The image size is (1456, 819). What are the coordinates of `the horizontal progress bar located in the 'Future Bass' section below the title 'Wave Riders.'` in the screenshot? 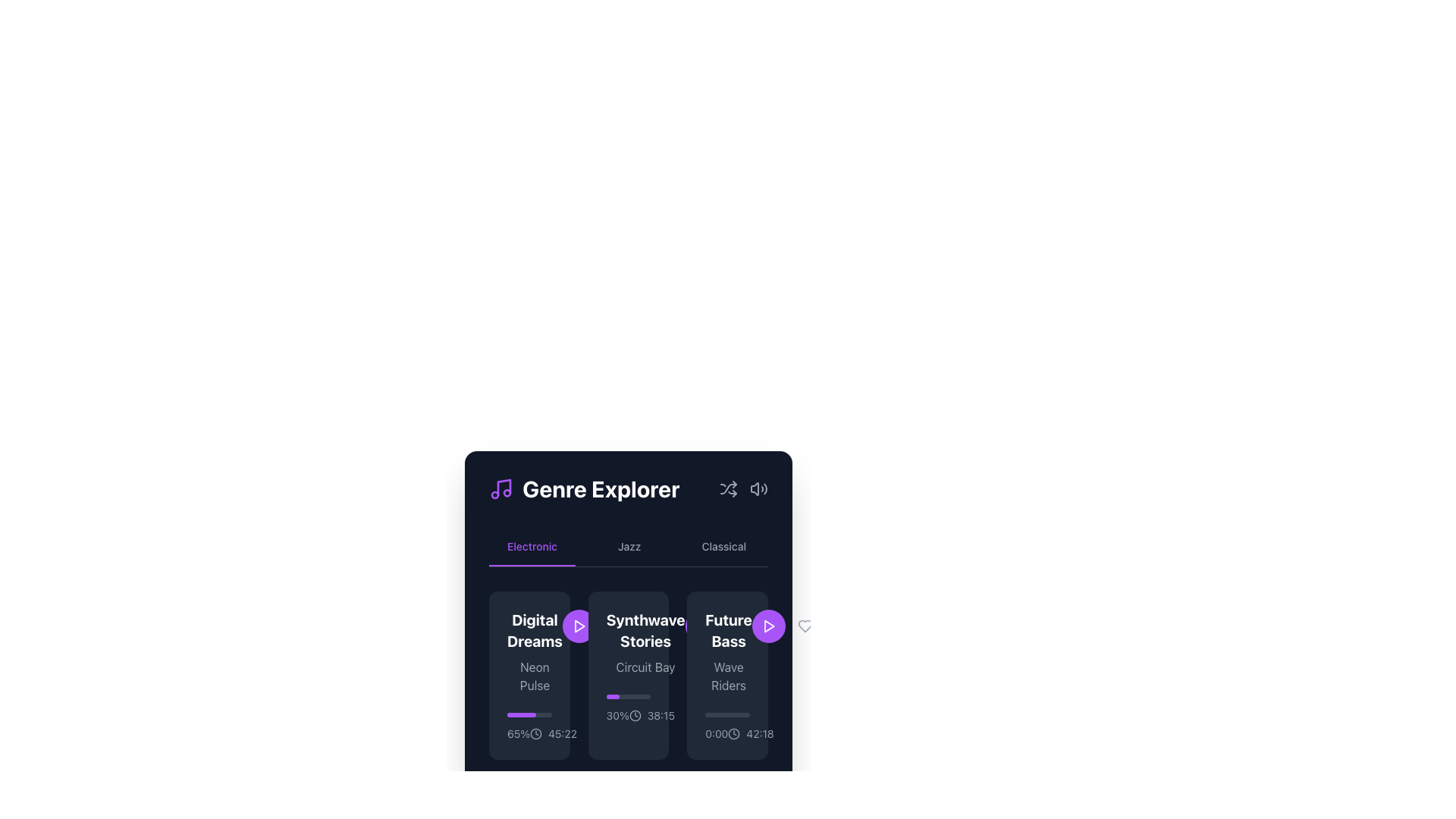 It's located at (726, 714).